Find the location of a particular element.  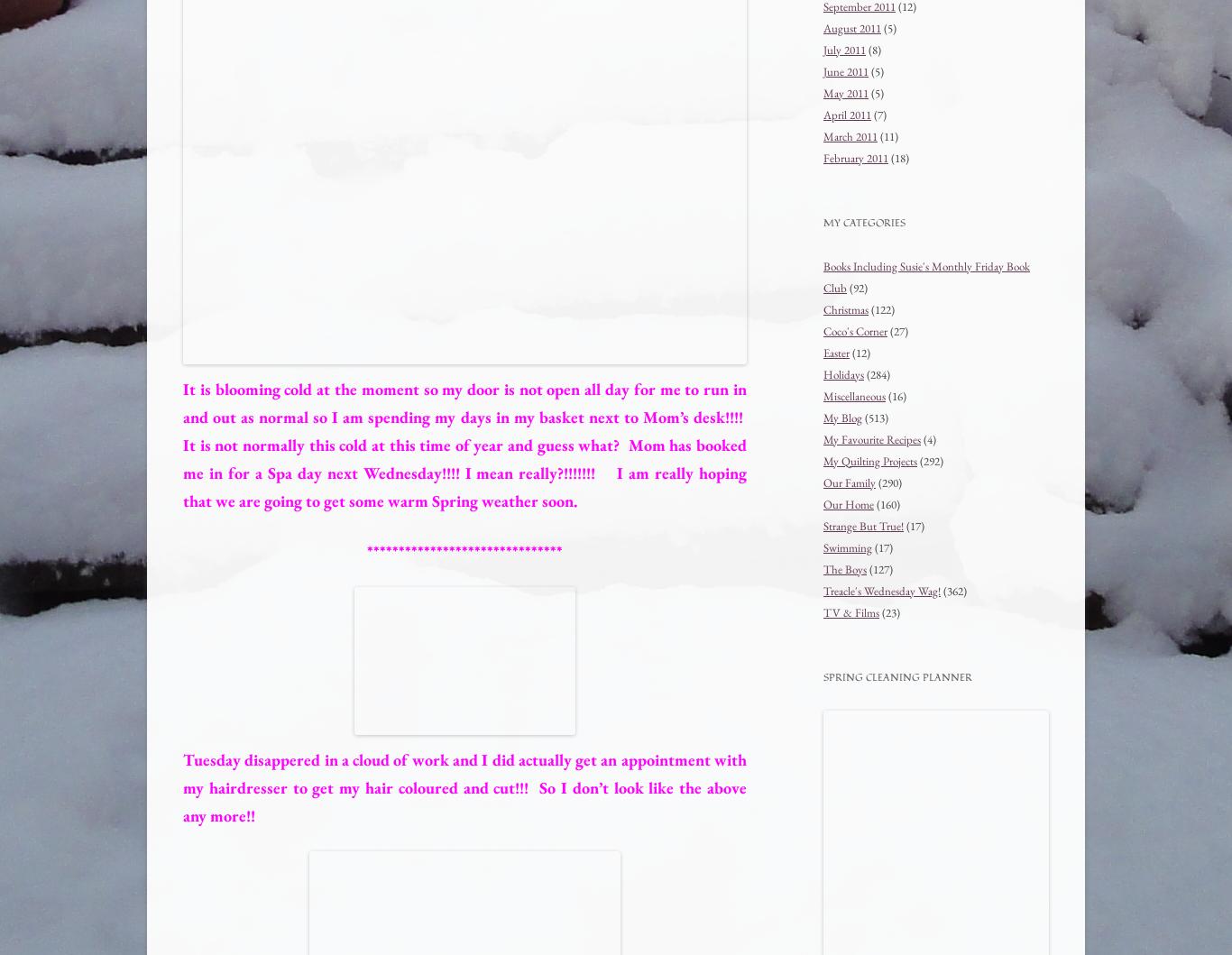

'Easter' is located at coordinates (823, 351).